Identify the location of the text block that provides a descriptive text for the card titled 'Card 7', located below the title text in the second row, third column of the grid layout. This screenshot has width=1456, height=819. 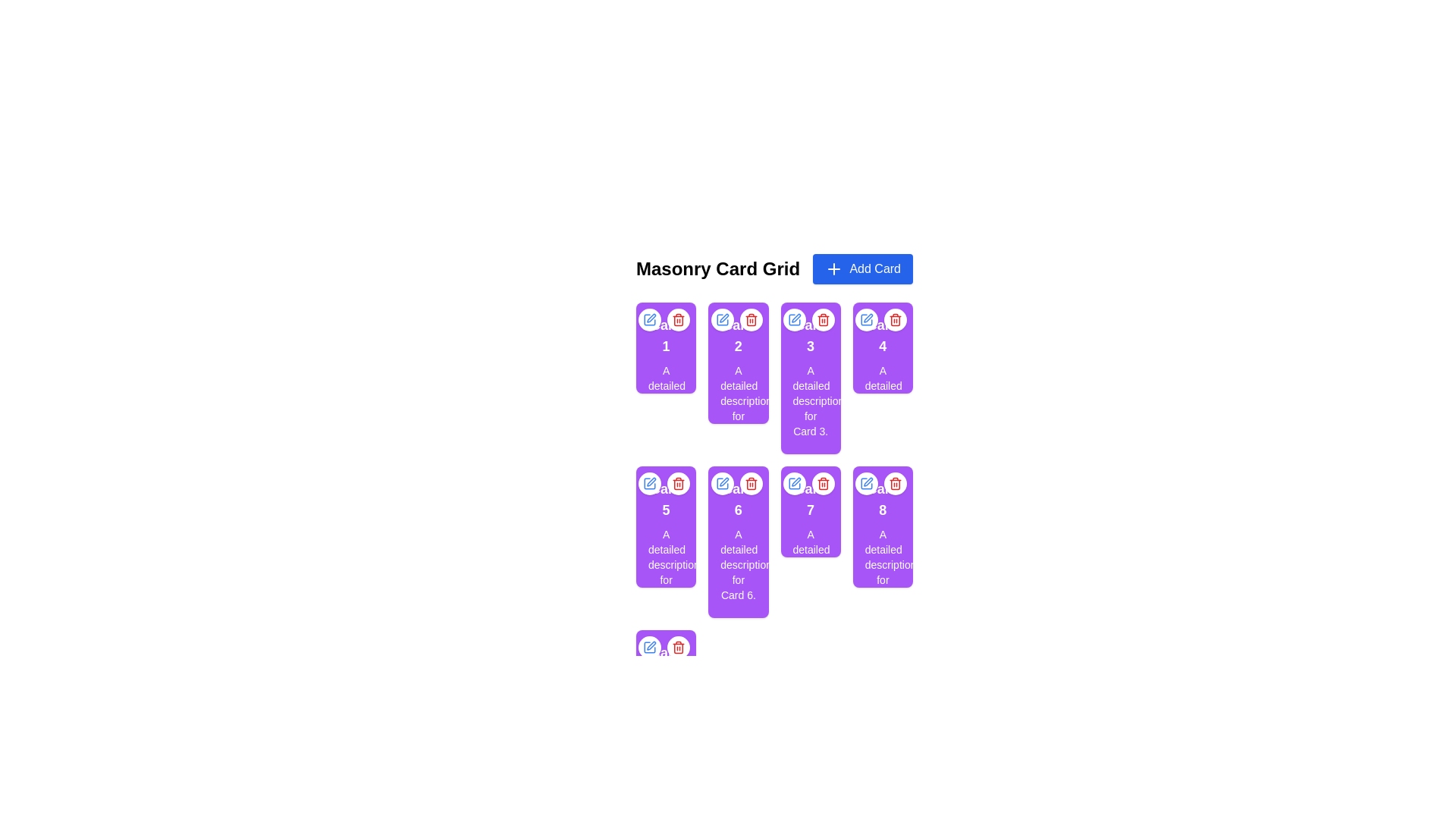
(810, 564).